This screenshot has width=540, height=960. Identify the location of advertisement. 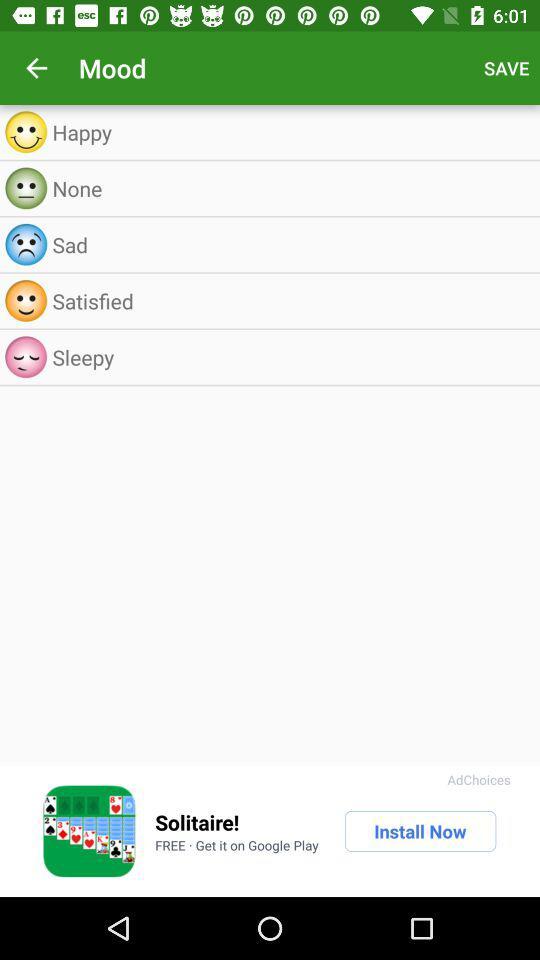
(88, 831).